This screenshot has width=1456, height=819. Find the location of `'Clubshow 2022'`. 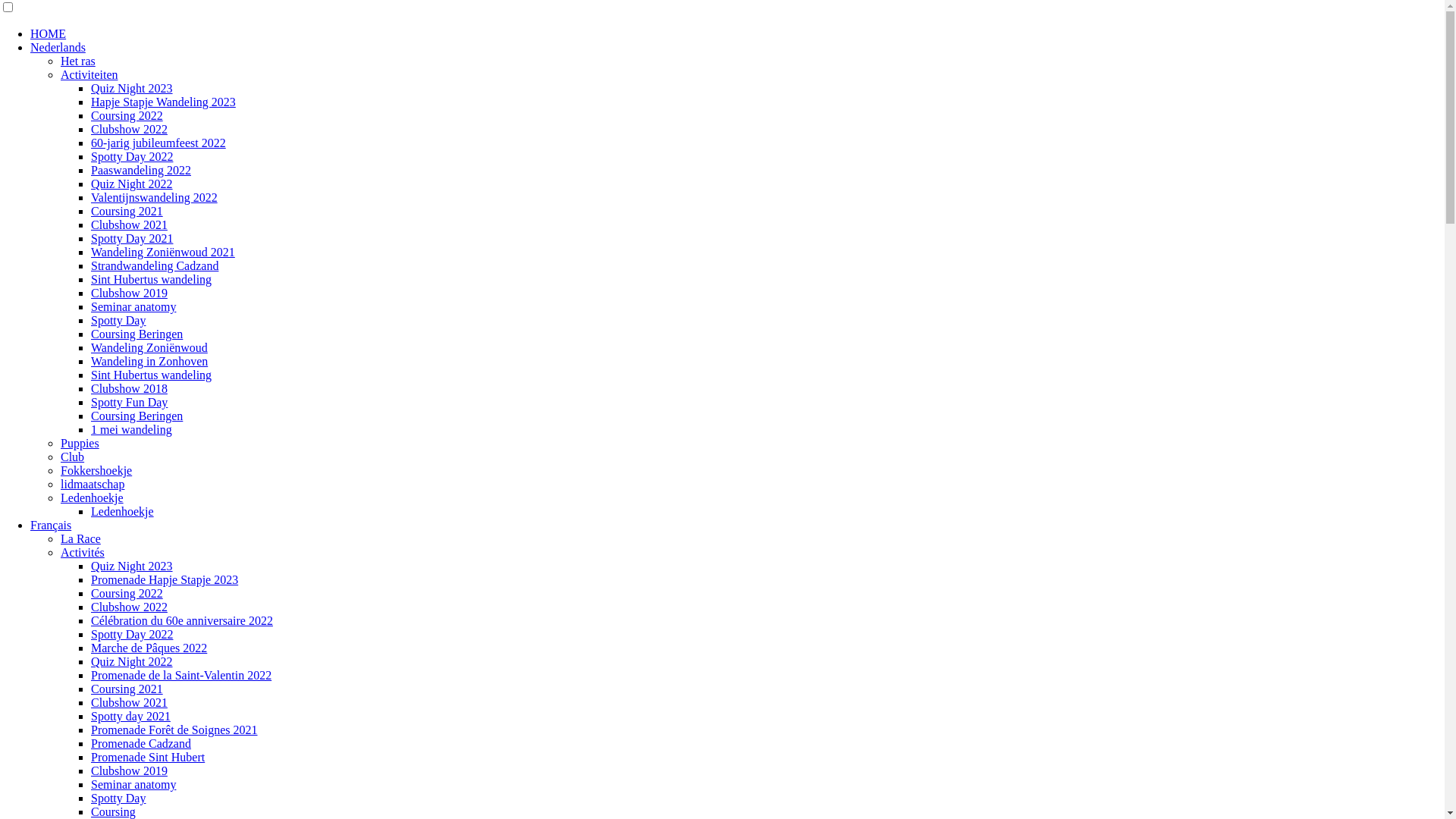

'Clubshow 2022' is located at coordinates (90, 128).